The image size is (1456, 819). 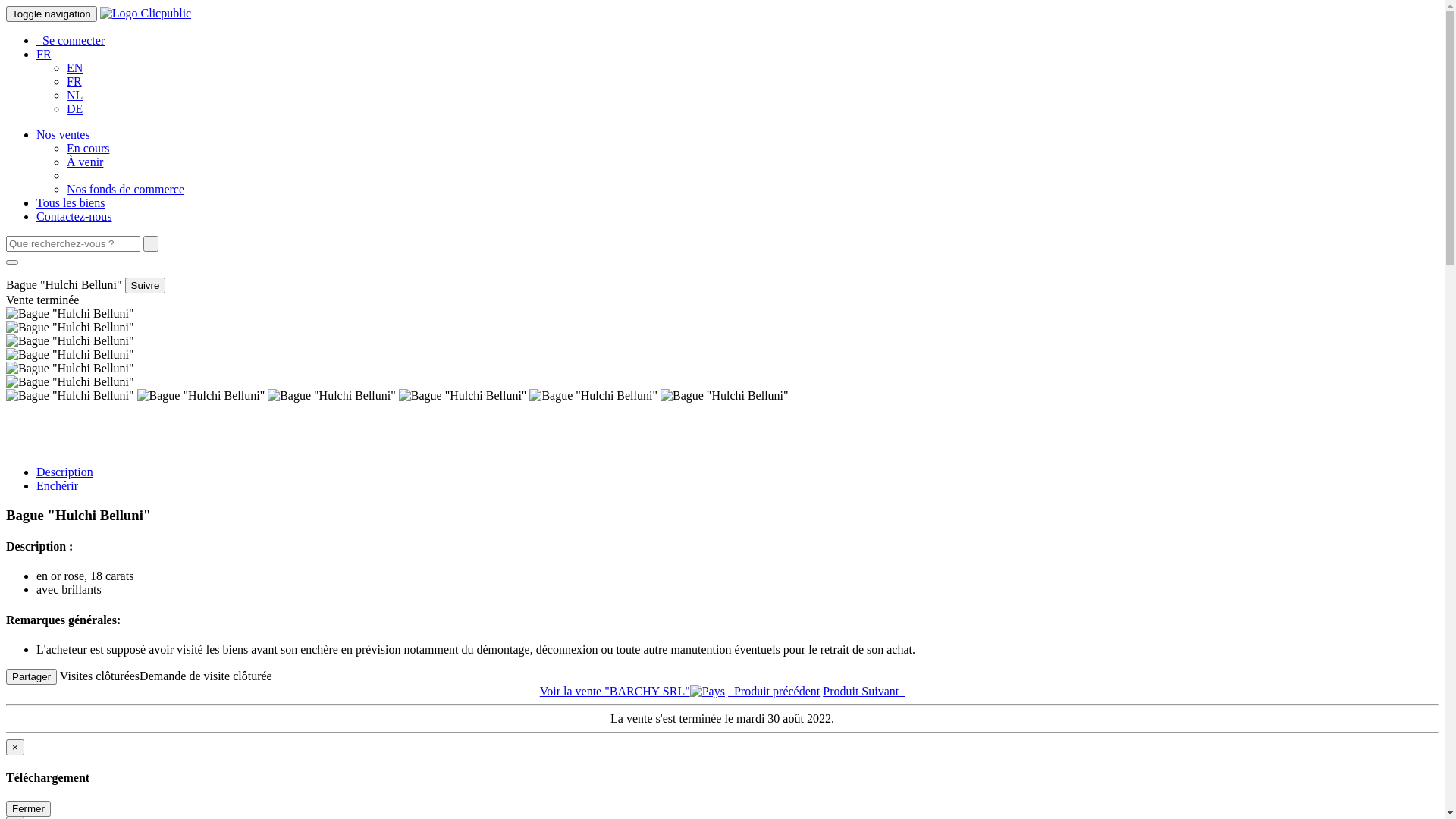 What do you see at coordinates (150, 243) in the screenshot?
I see `' '` at bounding box center [150, 243].